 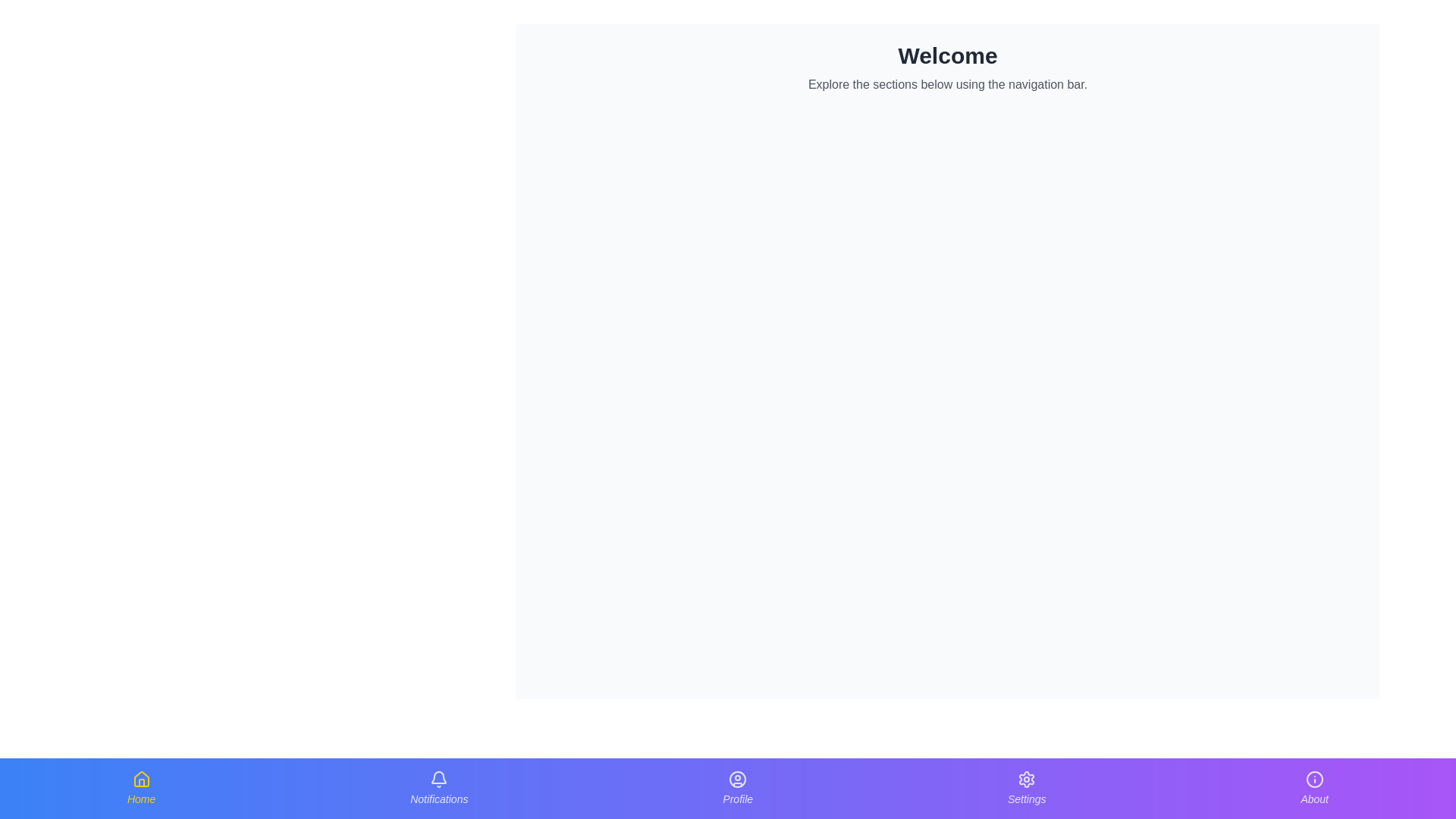 What do you see at coordinates (141, 779) in the screenshot?
I see `the topmost part of the home icon in the bottom navigation bar, which is represented by the outer outline of the house roof` at bounding box center [141, 779].